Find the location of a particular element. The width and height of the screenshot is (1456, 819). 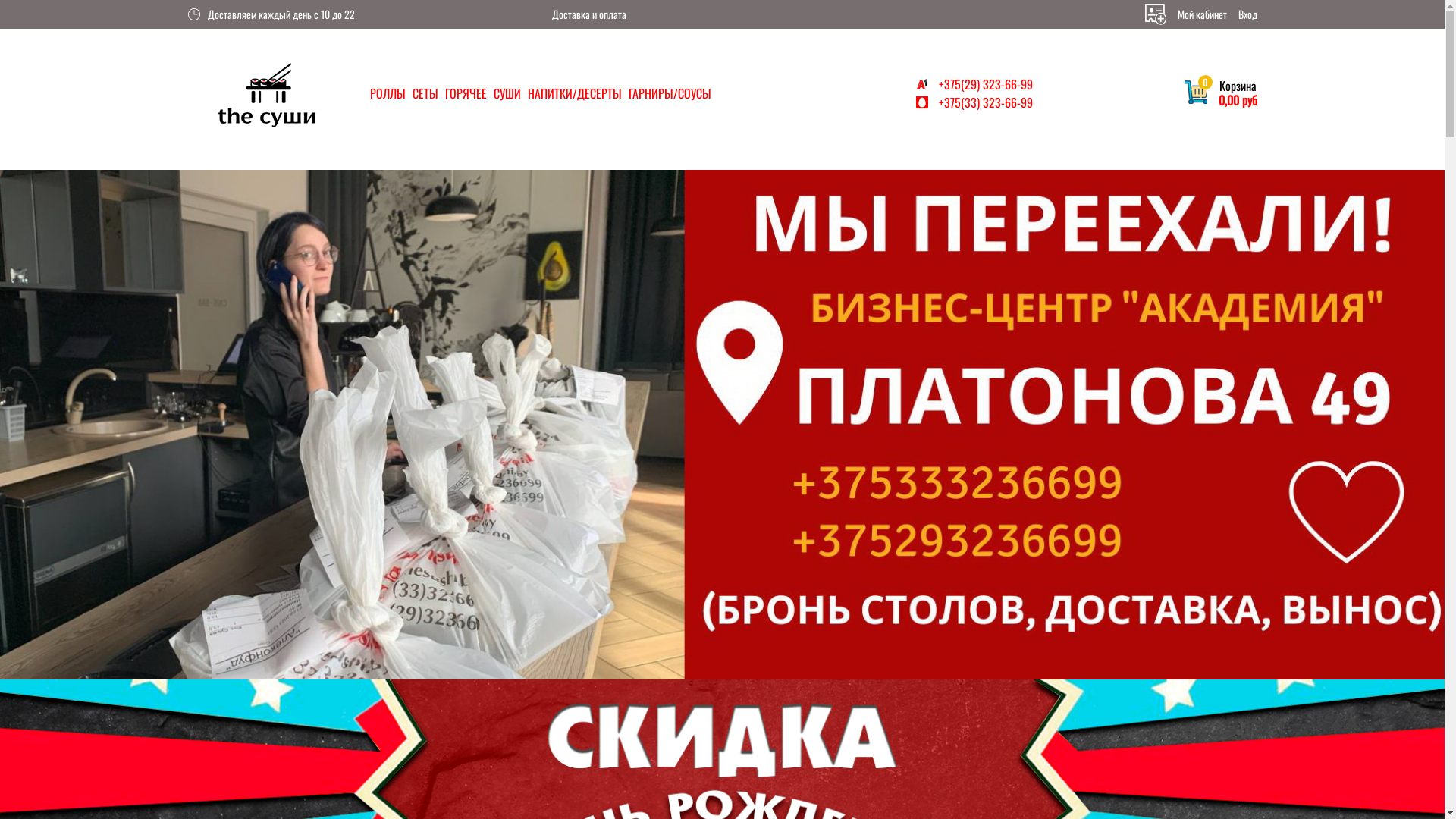

'+375(29) 323-66-99' is located at coordinates (974, 84).